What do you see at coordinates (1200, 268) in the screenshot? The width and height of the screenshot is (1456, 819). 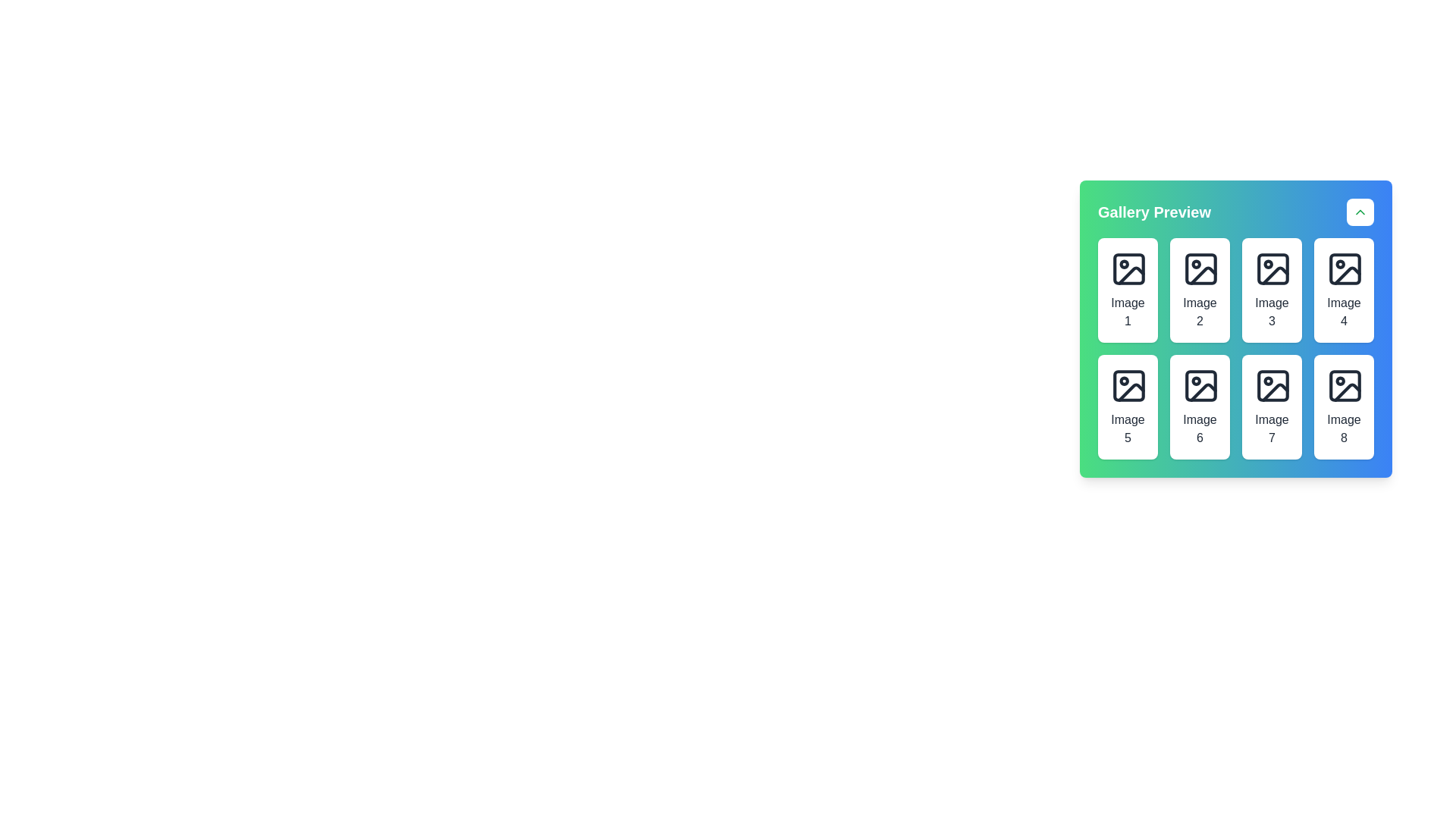 I see `the upper-center icon representing 'Image 2'` at bounding box center [1200, 268].